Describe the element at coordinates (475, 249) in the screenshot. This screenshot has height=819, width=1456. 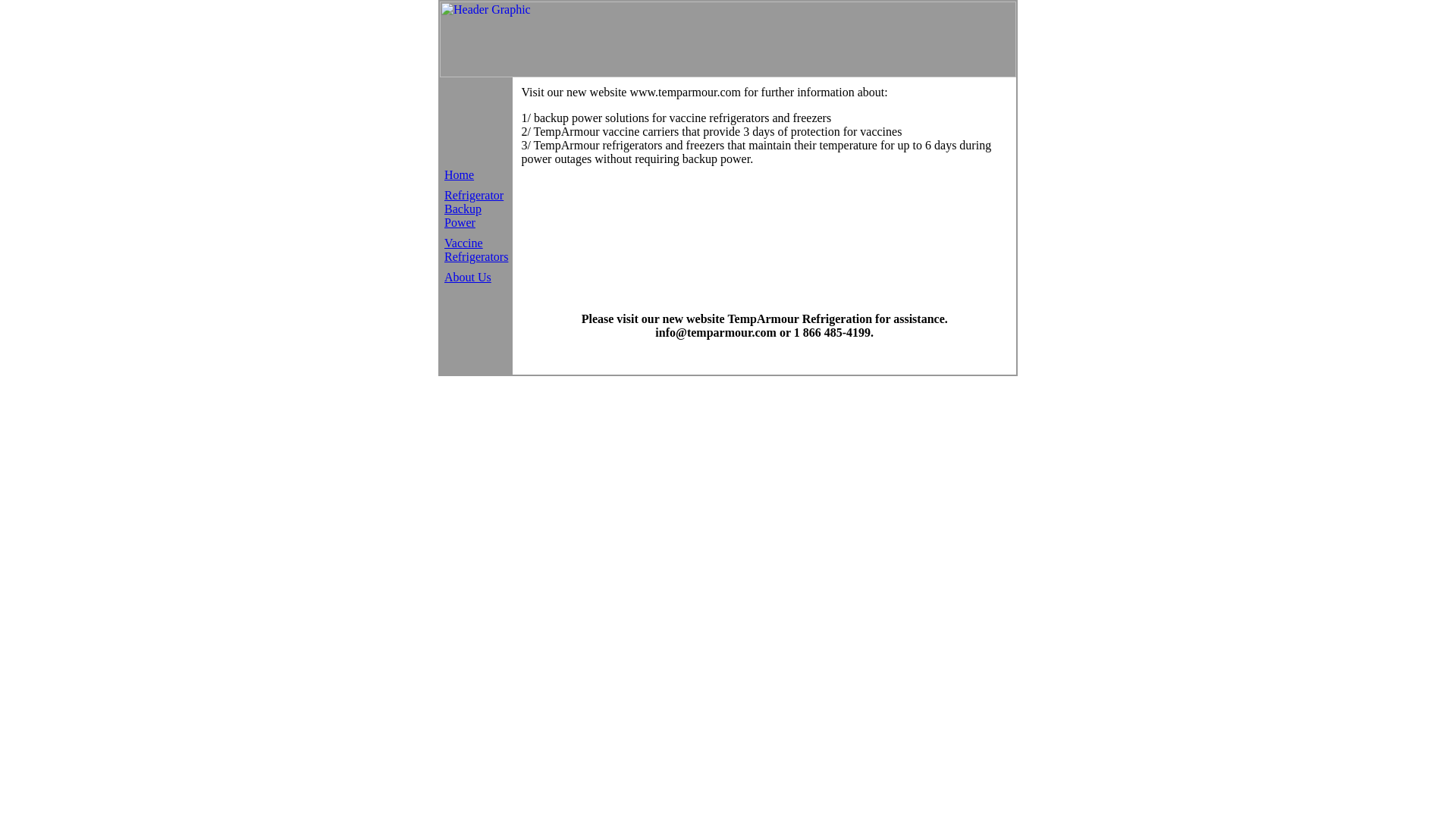
I see `'Vaccine Refrigerators'` at that location.